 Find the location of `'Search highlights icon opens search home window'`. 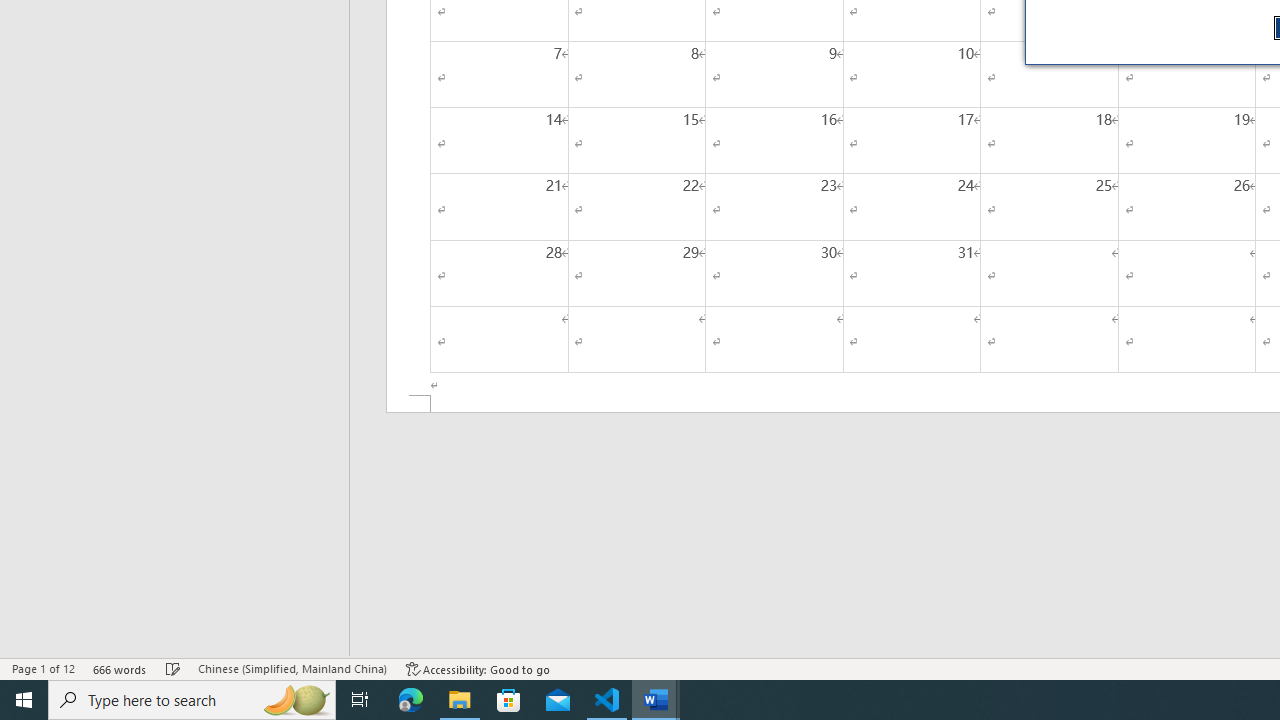

'Search highlights icon opens search home window' is located at coordinates (294, 698).